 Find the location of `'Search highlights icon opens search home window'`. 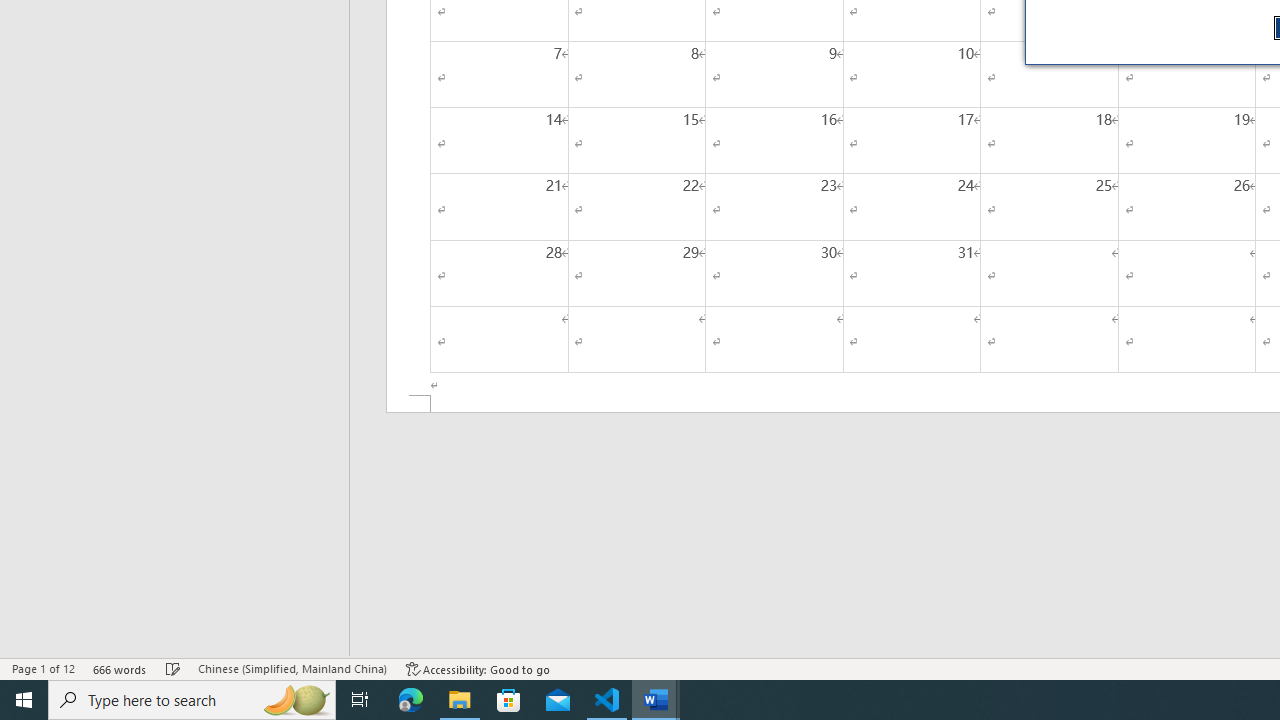

'Search highlights icon opens search home window' is located at coordinates (294, 698).